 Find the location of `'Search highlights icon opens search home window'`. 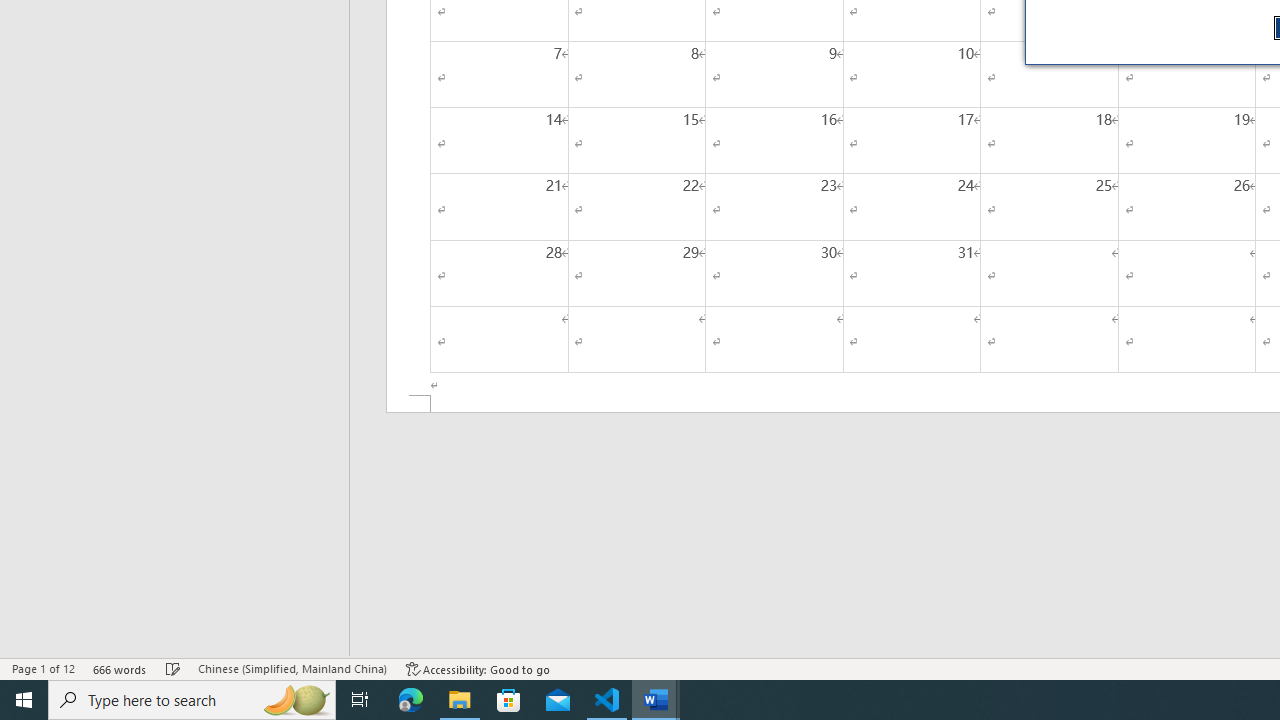

'Search highlights icon opens search home window' is located at coordinates (294, 698).